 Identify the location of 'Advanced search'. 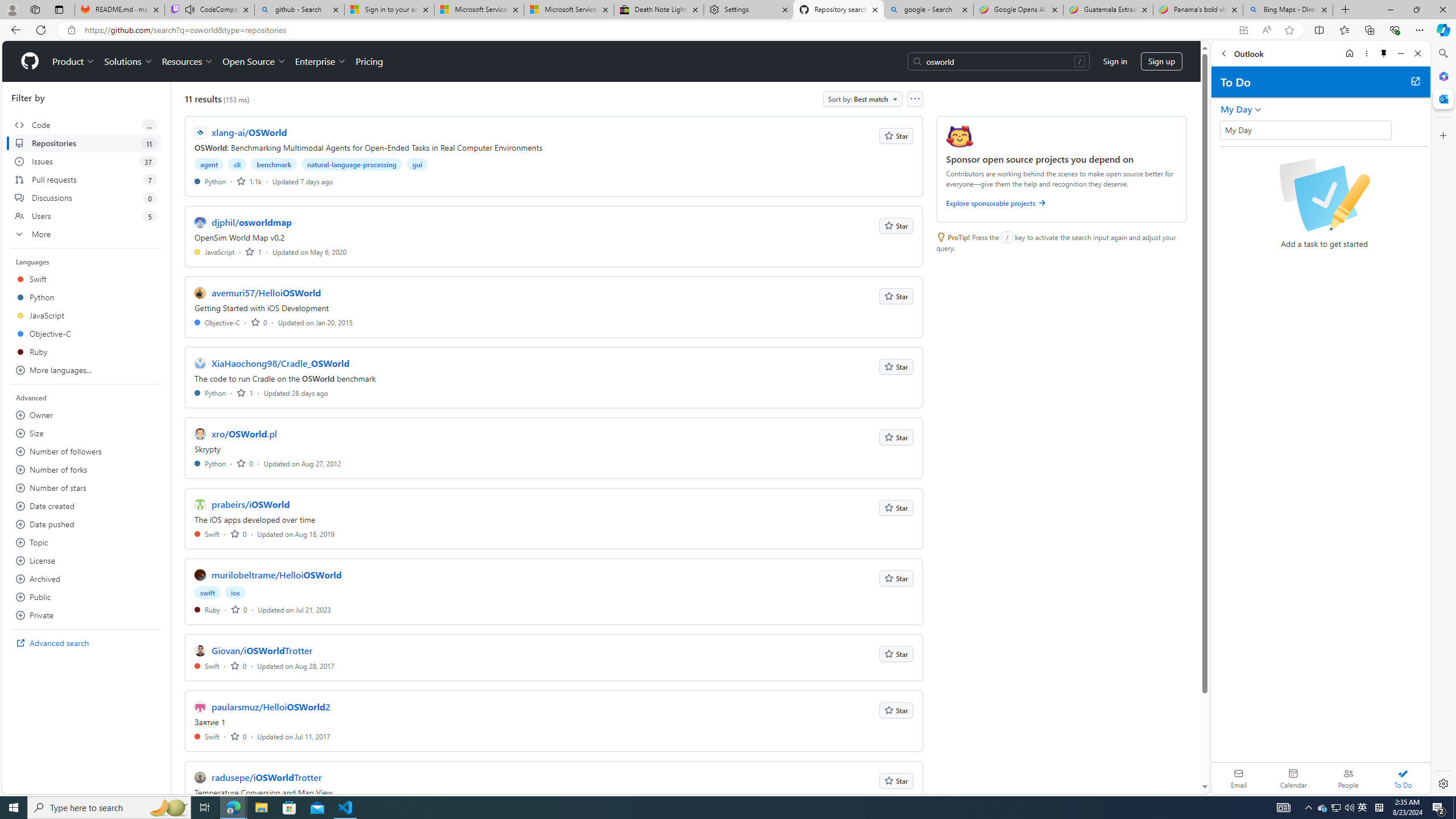
(86, 643).